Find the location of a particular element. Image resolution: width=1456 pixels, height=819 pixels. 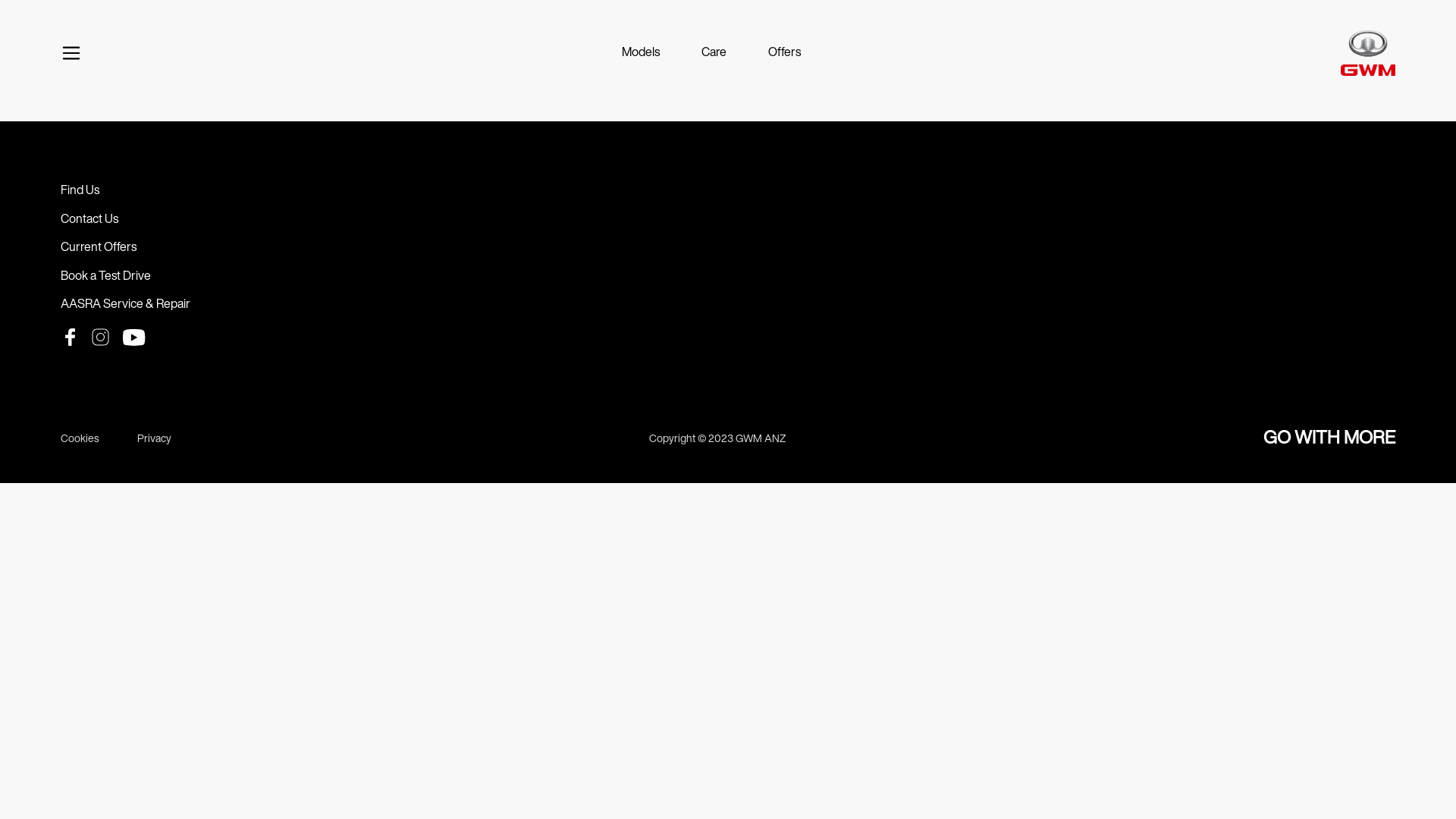

'AASRA Service & Repair' is located at coordinates (125, 304).